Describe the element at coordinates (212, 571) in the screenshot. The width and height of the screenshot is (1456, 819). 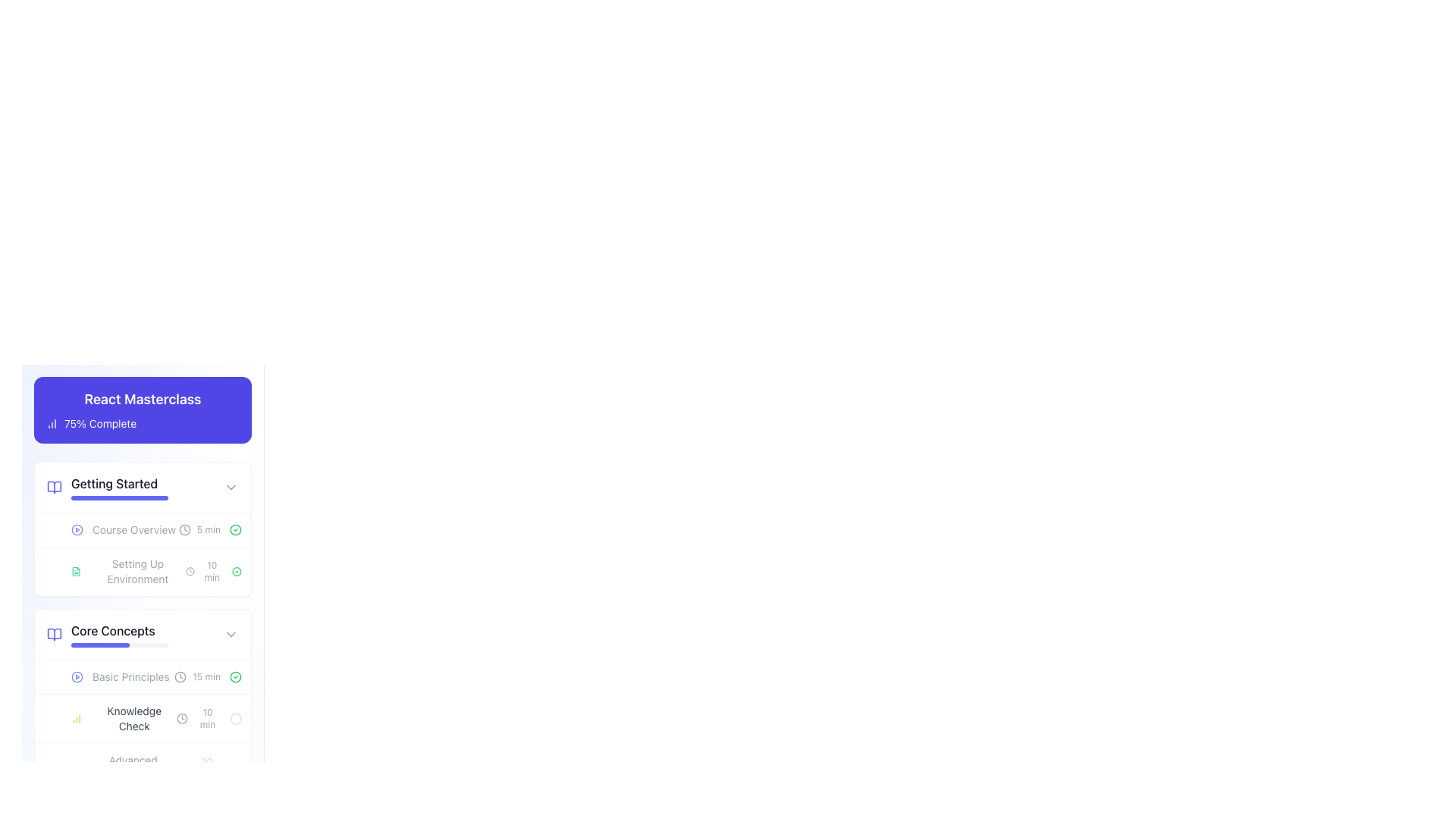
I see `the text label indicating the estimated time duration for the activity 'Setting Up Environment', which is located to the right of the text 'Setting Up Environment'` at that location.